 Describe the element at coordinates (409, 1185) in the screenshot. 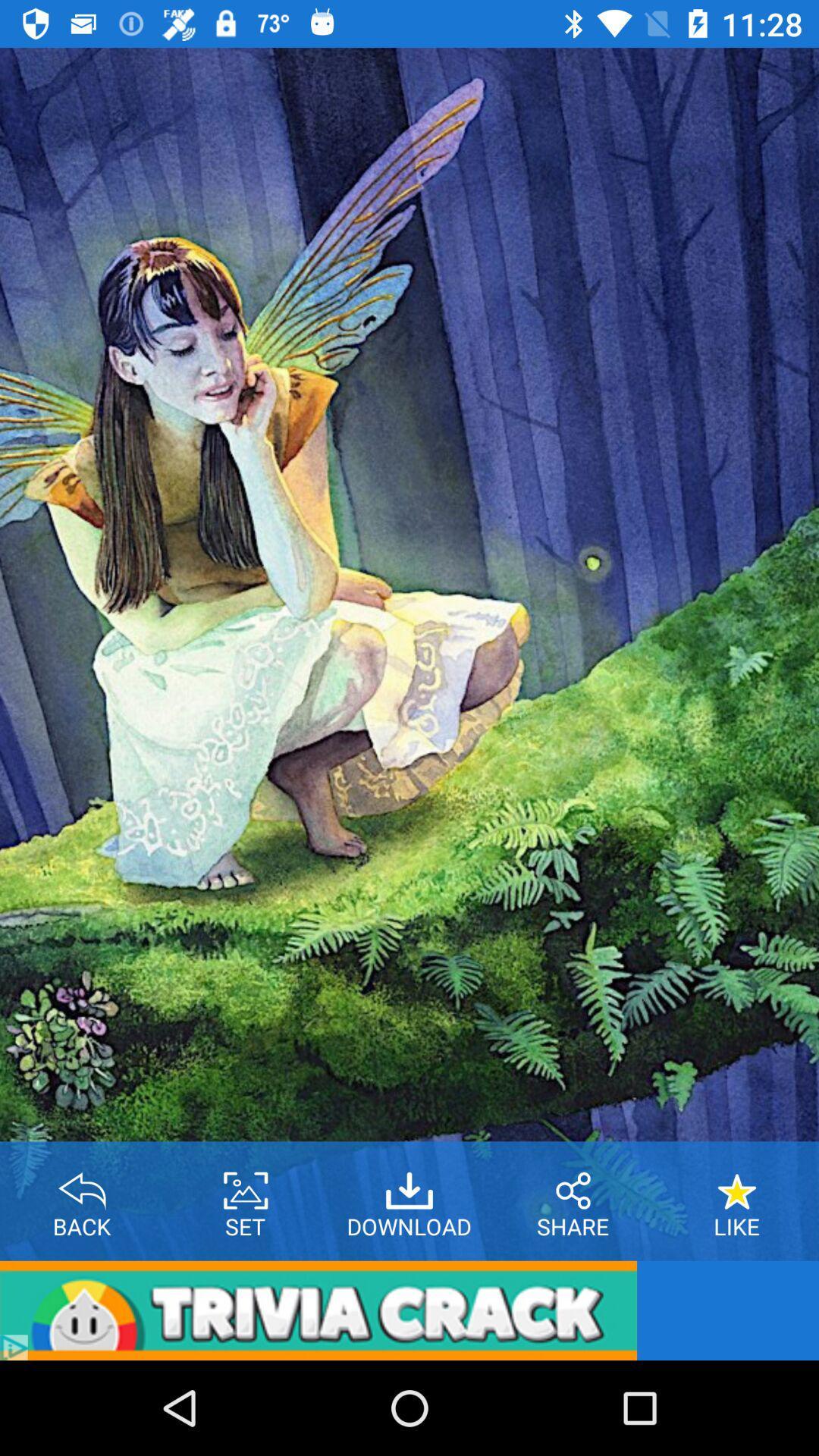

I see `the file_download icon` at that location.